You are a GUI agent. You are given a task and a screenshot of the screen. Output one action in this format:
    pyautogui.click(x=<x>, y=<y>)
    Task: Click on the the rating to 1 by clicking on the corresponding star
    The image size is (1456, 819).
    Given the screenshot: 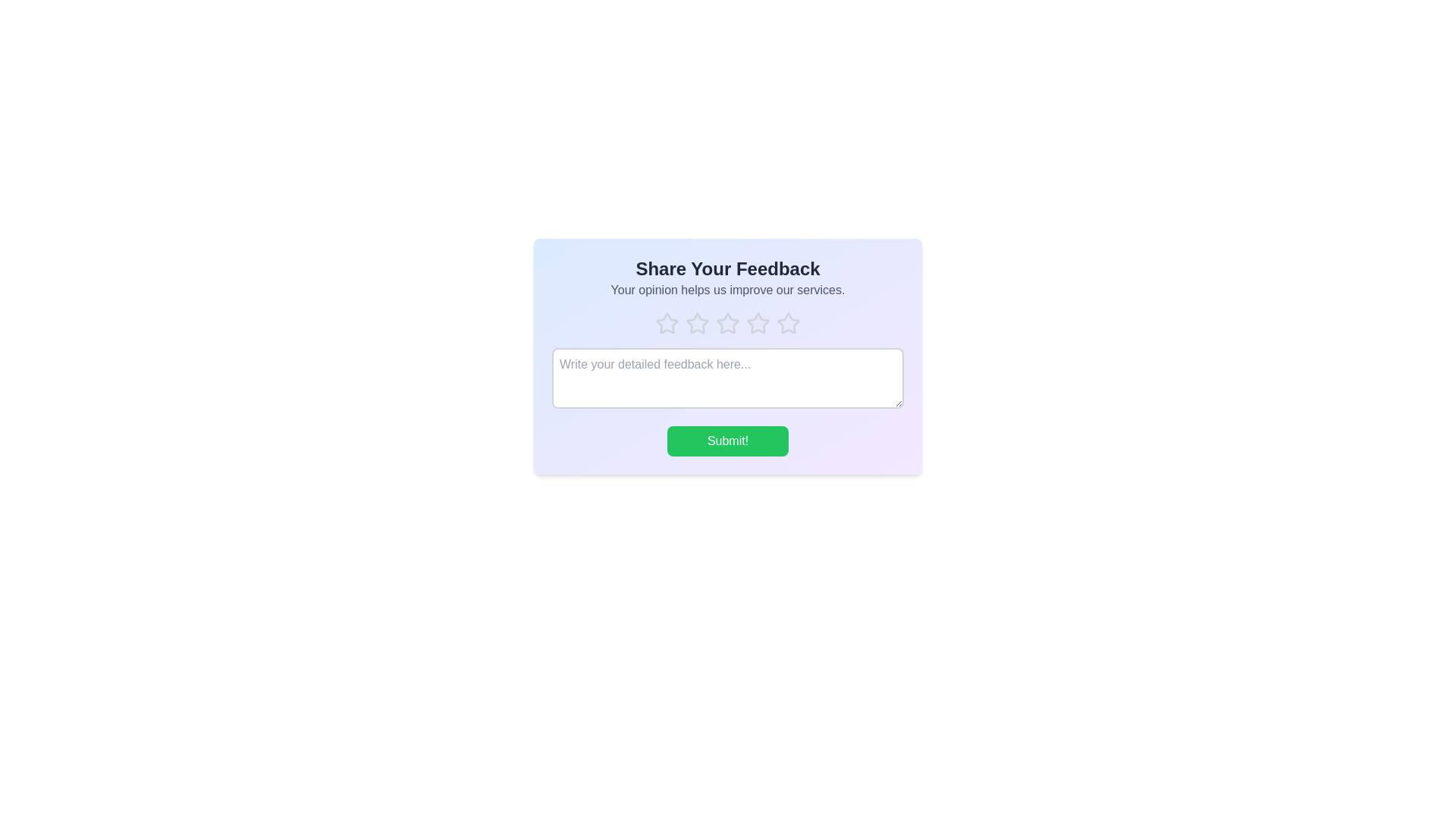 What is the action you would take?
    pyautogui.click(x=667, y=323)
    